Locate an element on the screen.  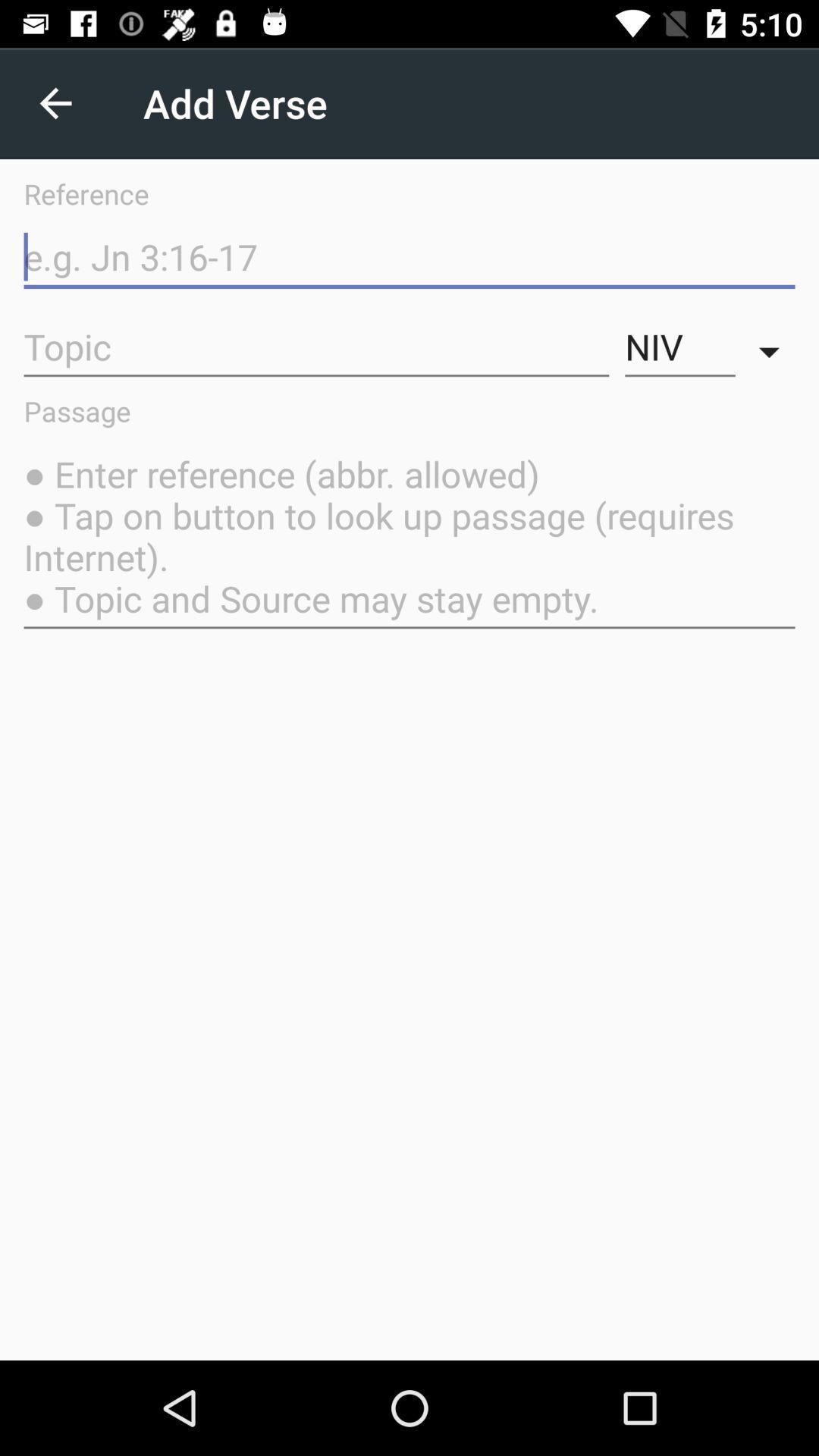
the niv icon is located at coordinates (679, 347).